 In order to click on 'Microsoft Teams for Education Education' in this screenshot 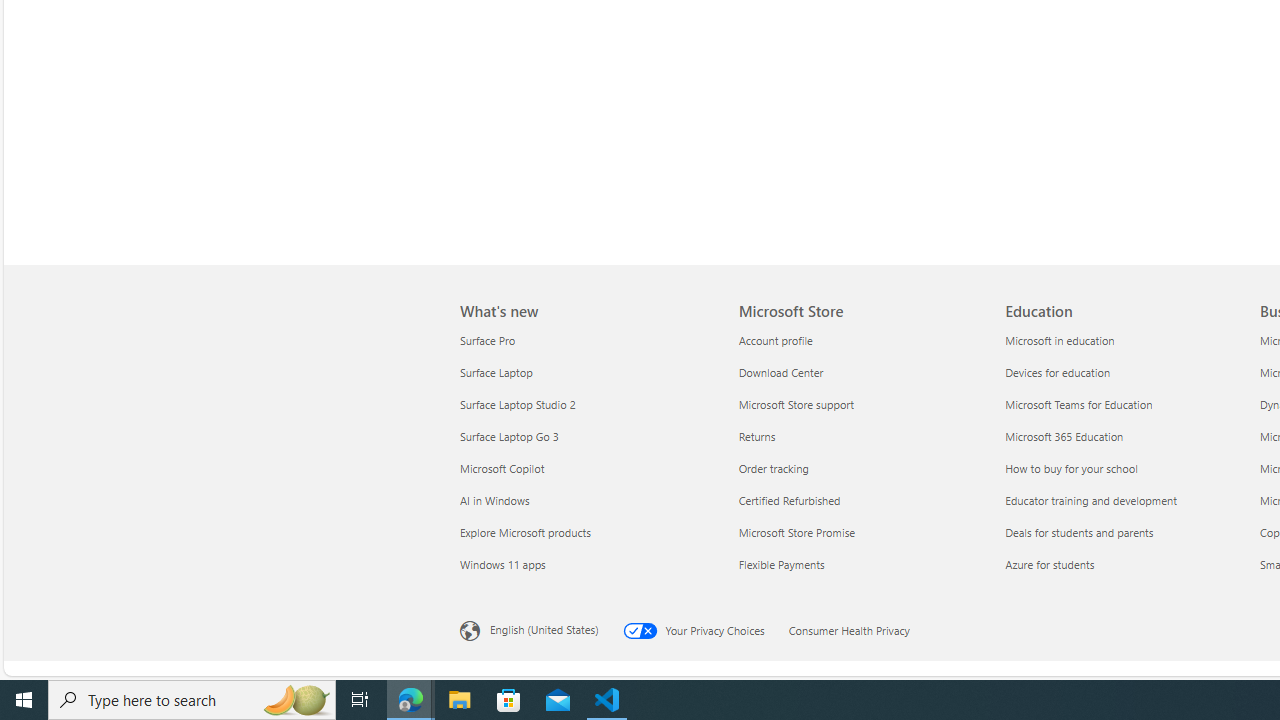, I will do `click(1078, 403)`.